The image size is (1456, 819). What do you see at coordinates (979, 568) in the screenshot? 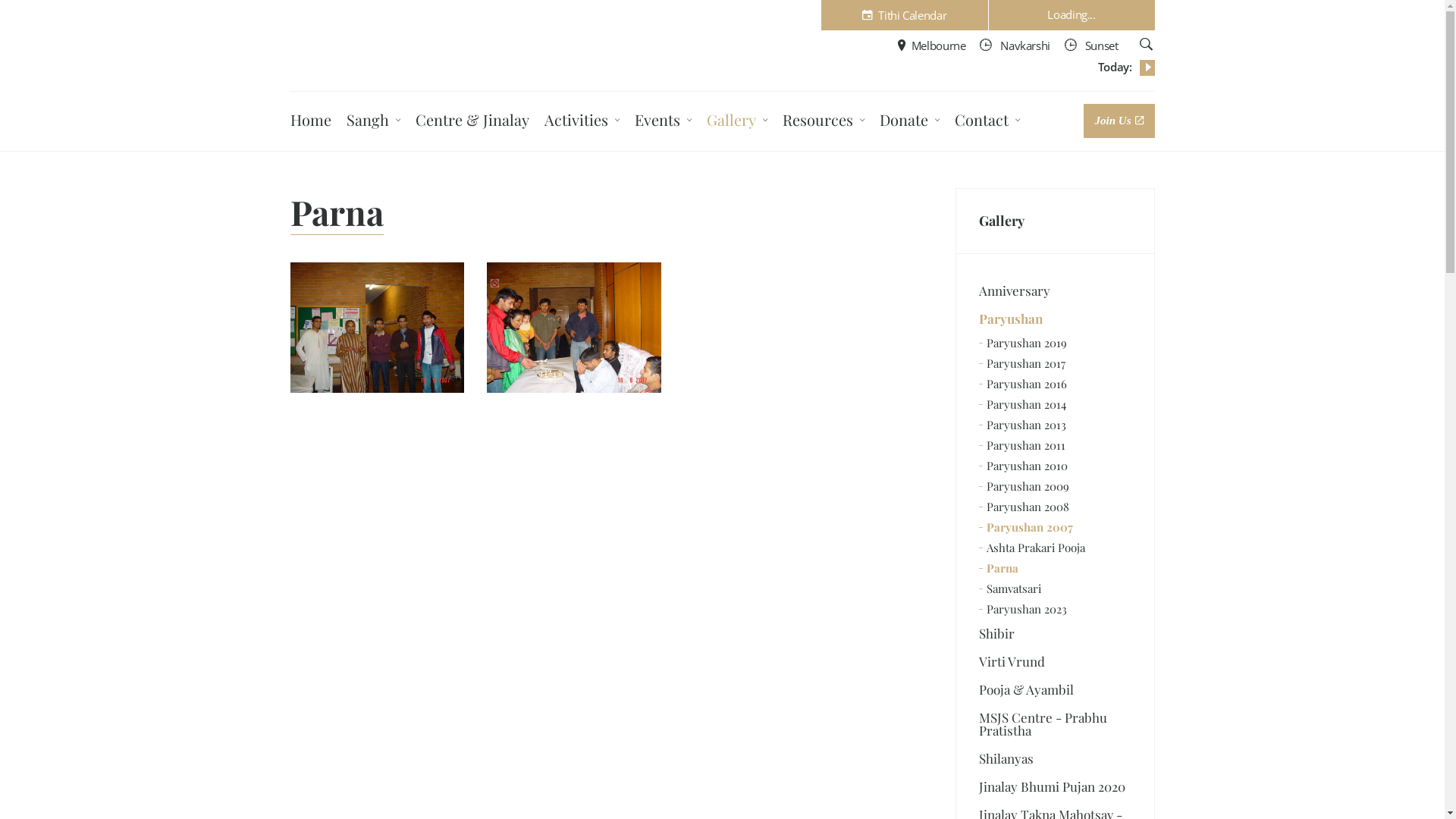
I see `'Parna'` at bounding box center [979, 568].